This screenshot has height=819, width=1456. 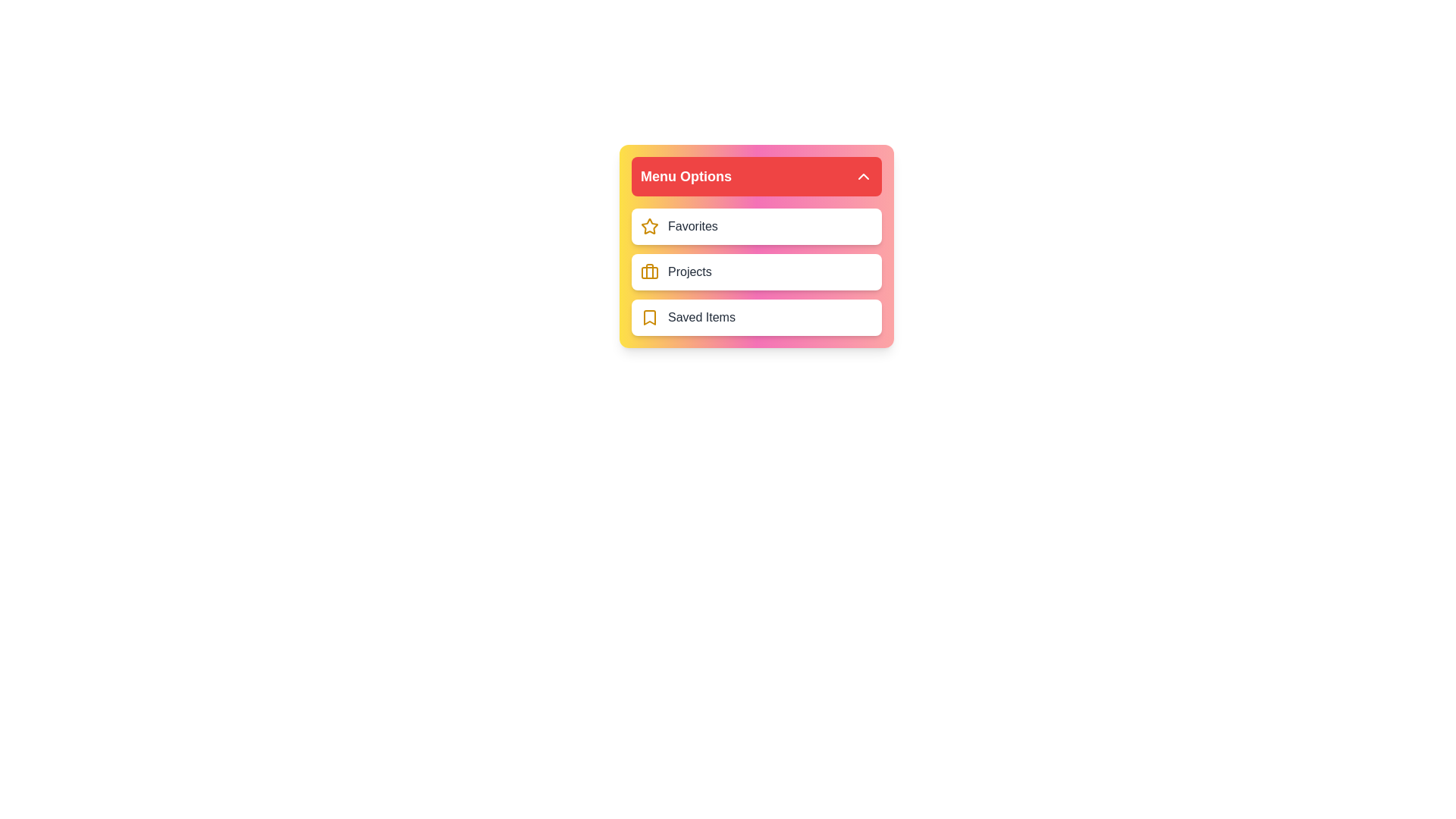 What do you see at coordinates (757, 317) in the screenshot?
I see `the 'Saved Items' menu item` at bounding box center [757, 317].